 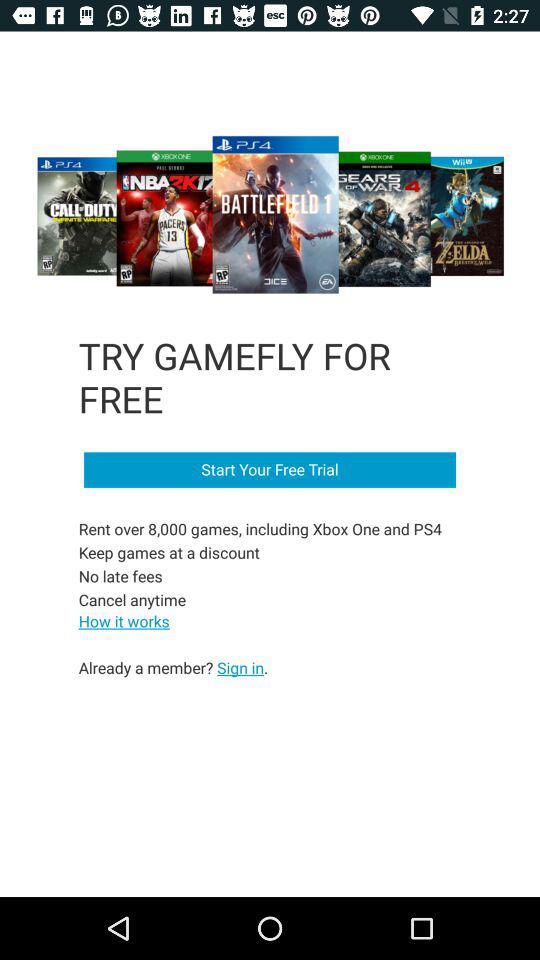 What do you see at coordinates (262, 564) in the screenshot?
I see `item below start your free` at bounding box center [262, 564].